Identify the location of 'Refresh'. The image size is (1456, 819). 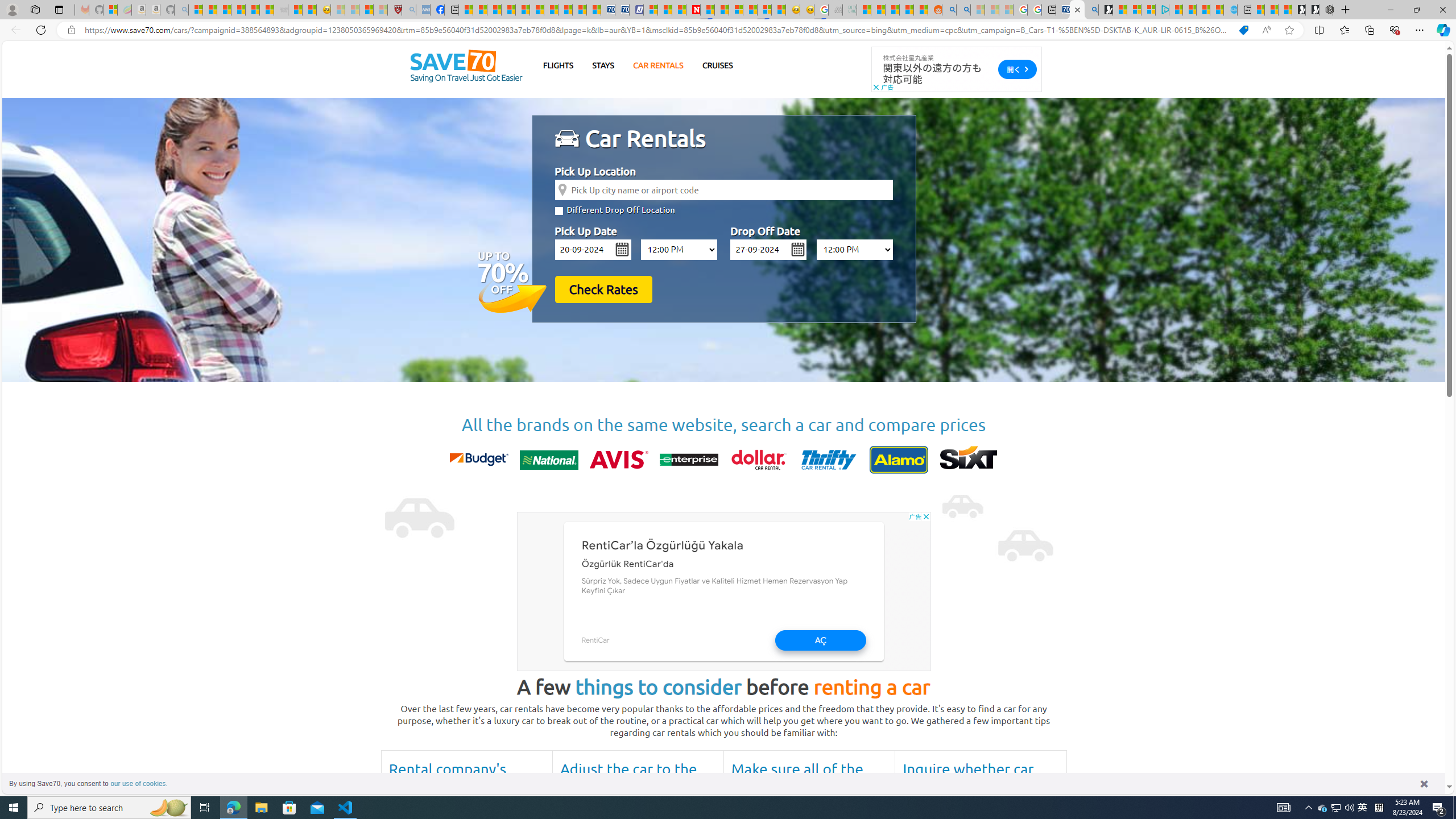
(40, 29).